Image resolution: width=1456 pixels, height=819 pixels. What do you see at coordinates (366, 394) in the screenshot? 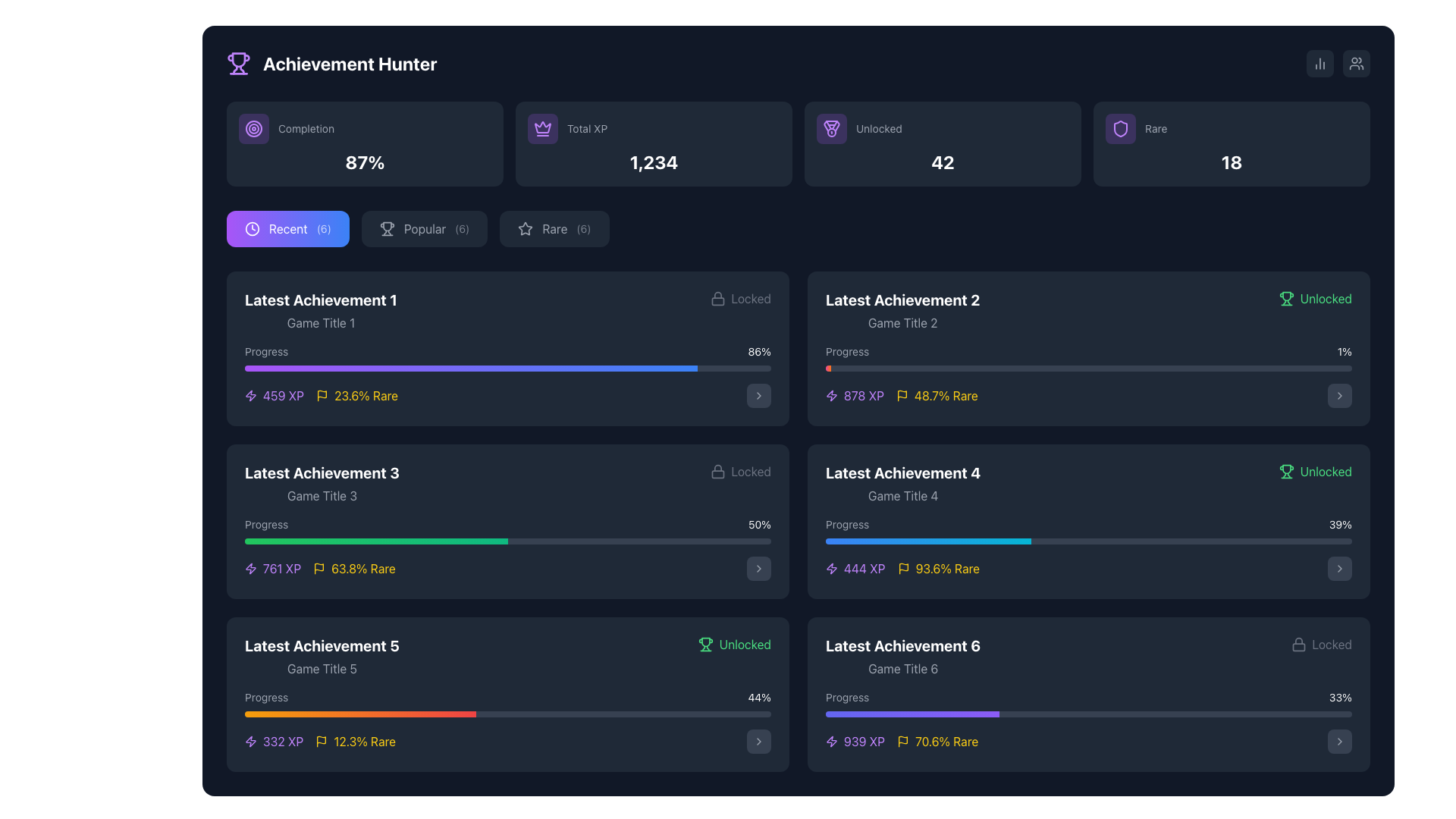
I see `rarity percentage text label ('23.6% Rare') located in the 'Latest Achievement 1' section, under the 'Progress' subsection, to the right of the XP value ('459 XP')` at bounding box center [366, 394].